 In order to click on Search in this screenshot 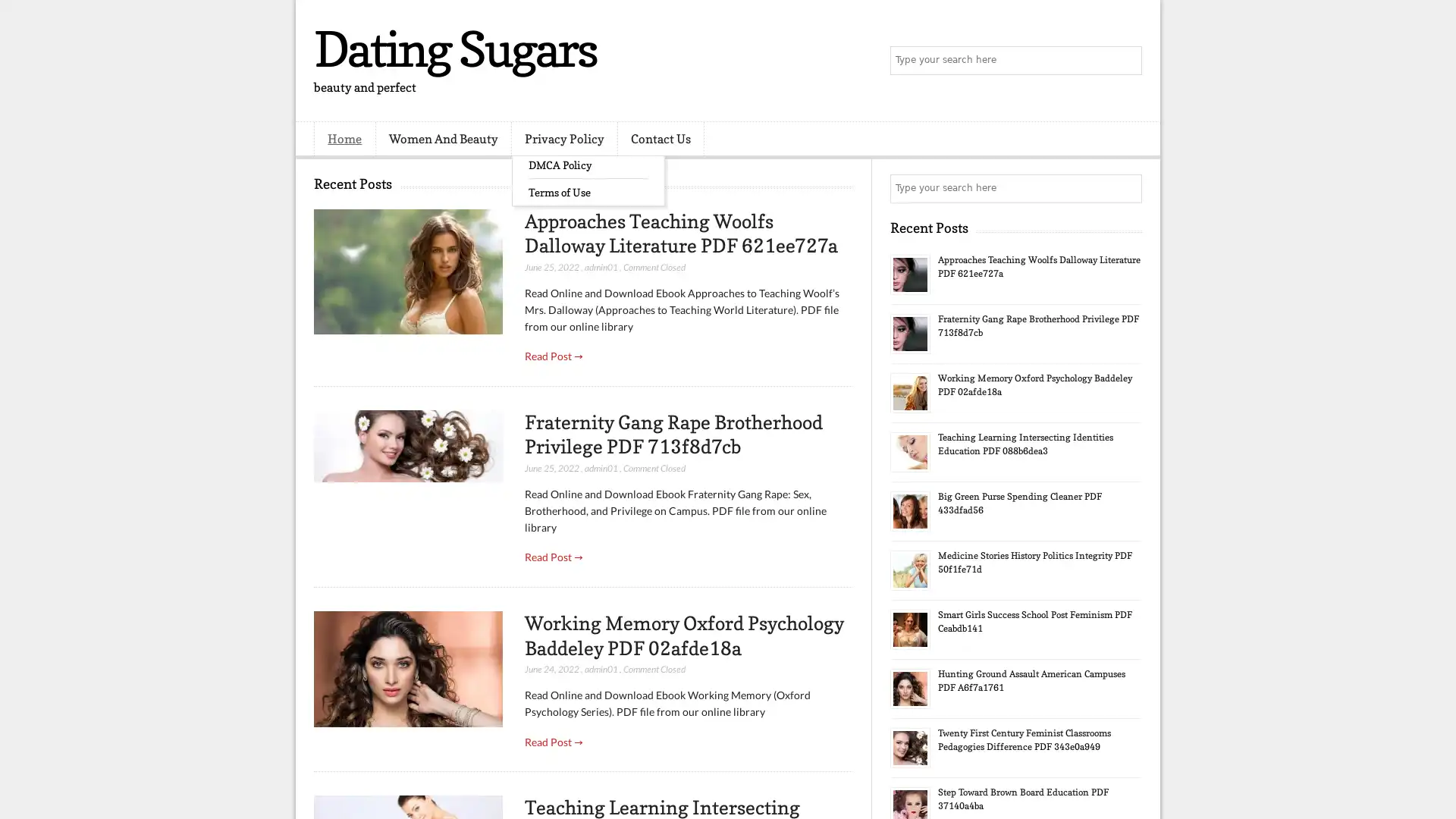, I will do `click(1126, 188)`.